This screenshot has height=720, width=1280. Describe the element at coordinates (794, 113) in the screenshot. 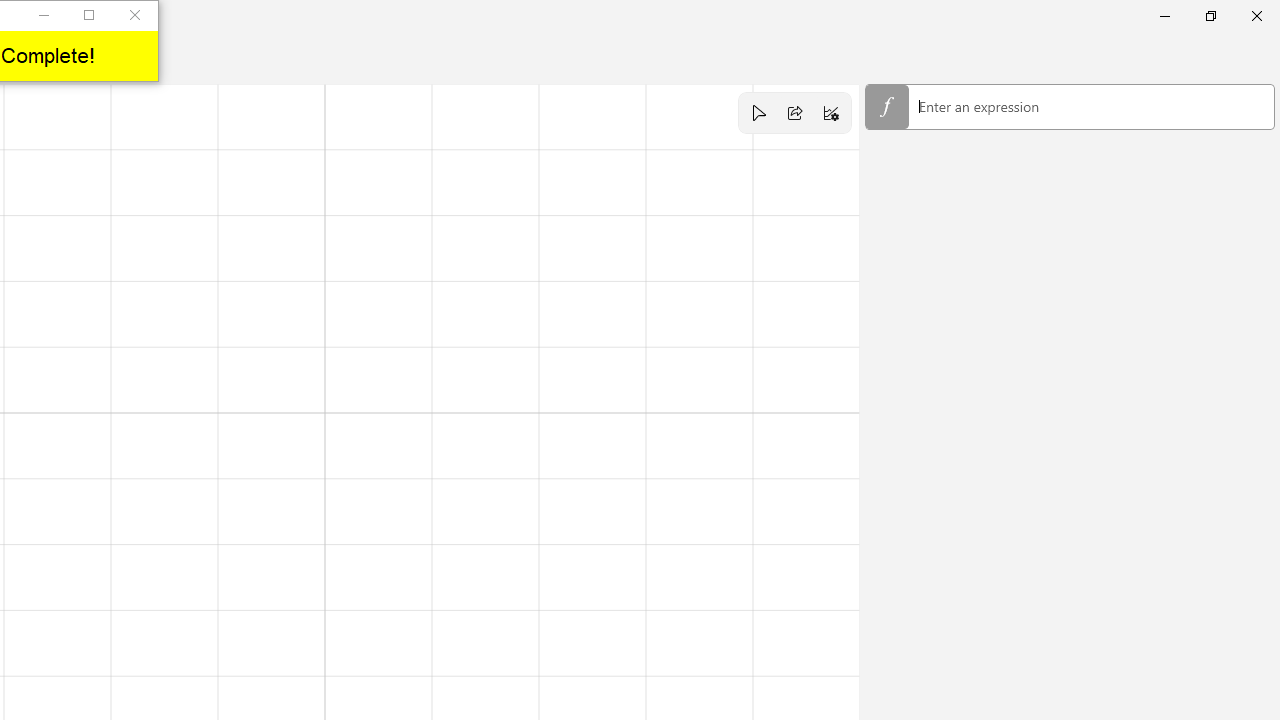

I see `'Share'` at that location.